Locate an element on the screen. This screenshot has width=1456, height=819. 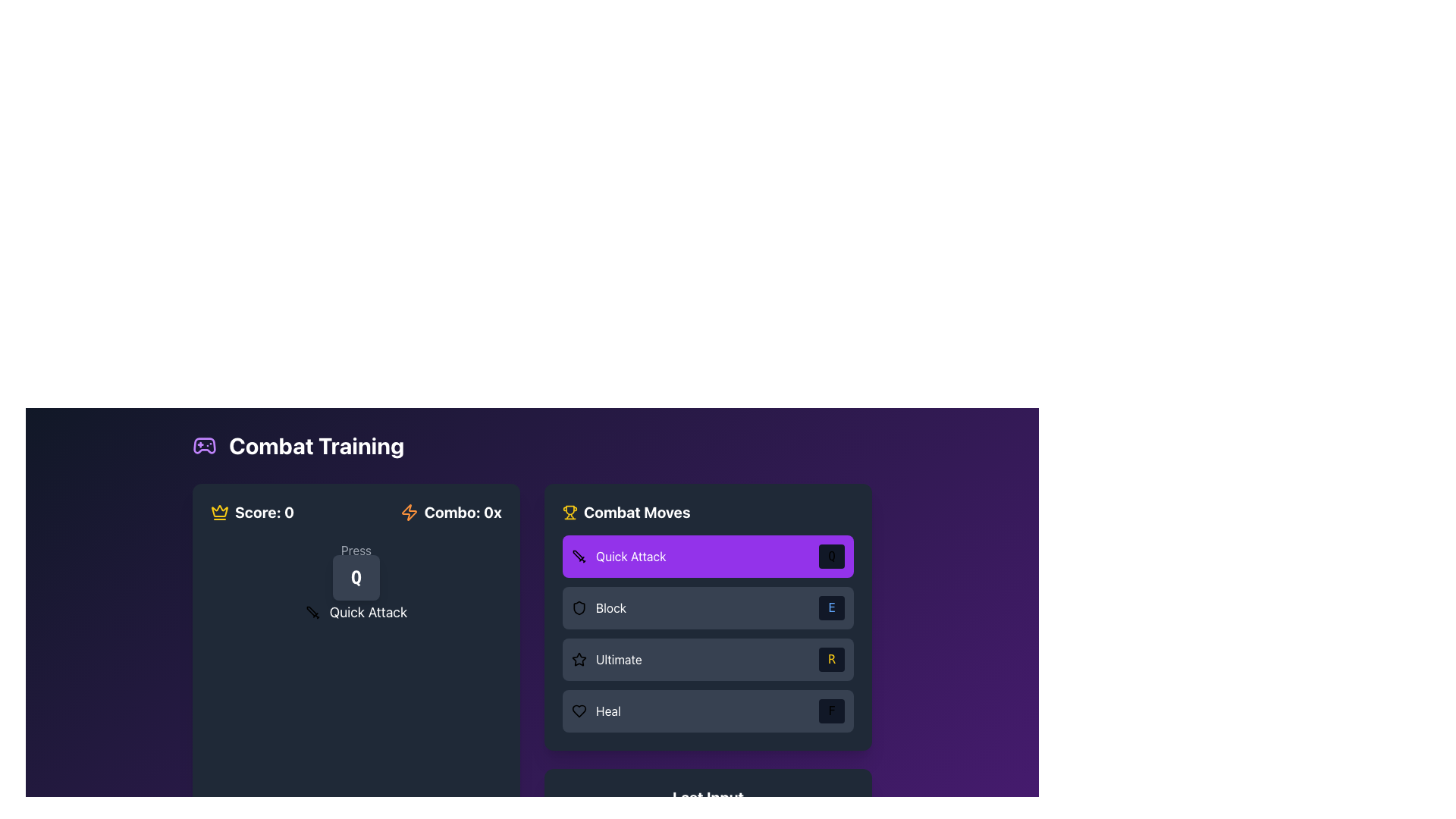
the button-like display element representing the key prompt 'Q', located in the left panel of the 'Combat Training' interface, positioned below the text 'Press' is located at coordinates (356, 578).